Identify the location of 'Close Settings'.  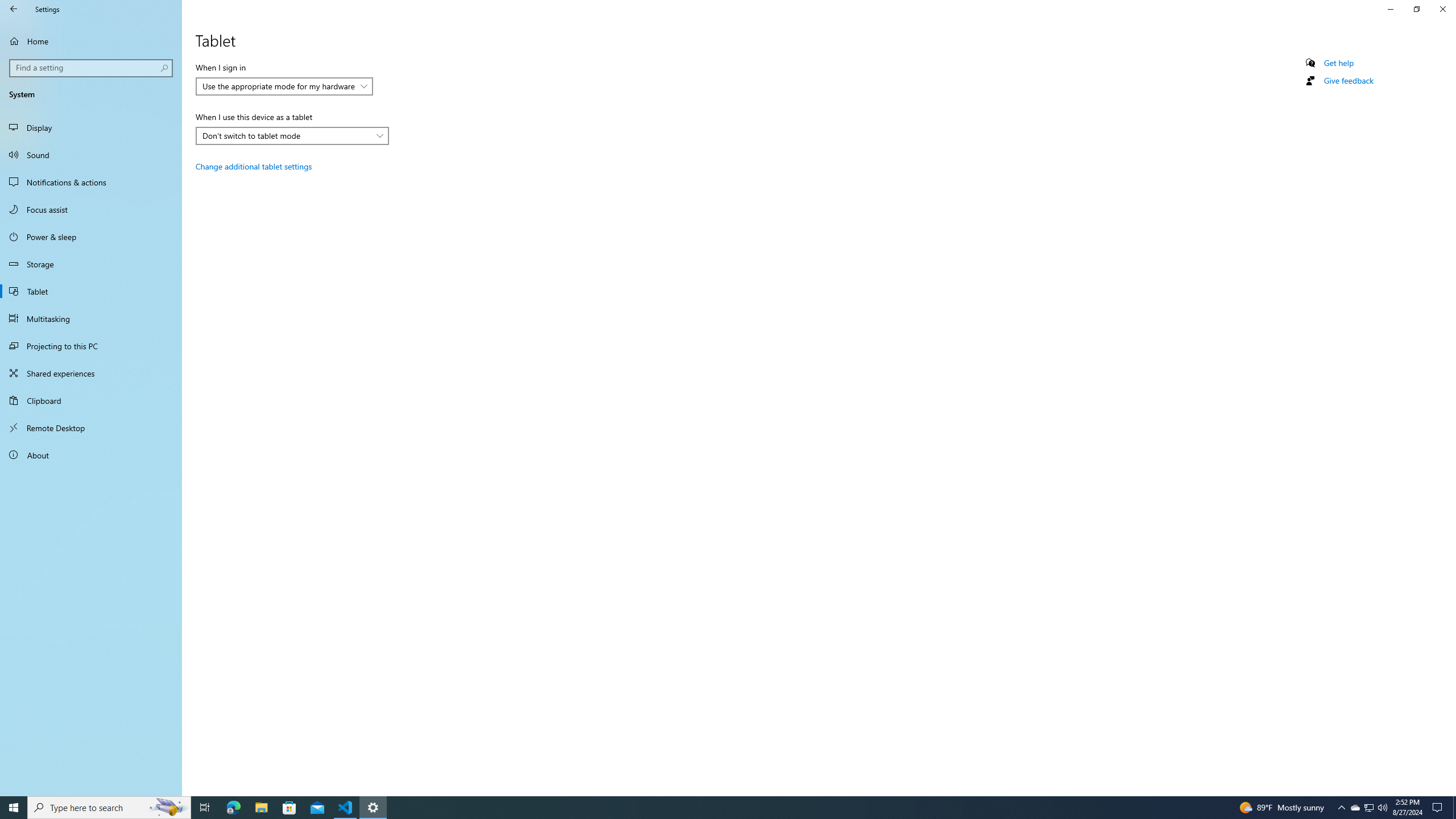
(1442, 9).